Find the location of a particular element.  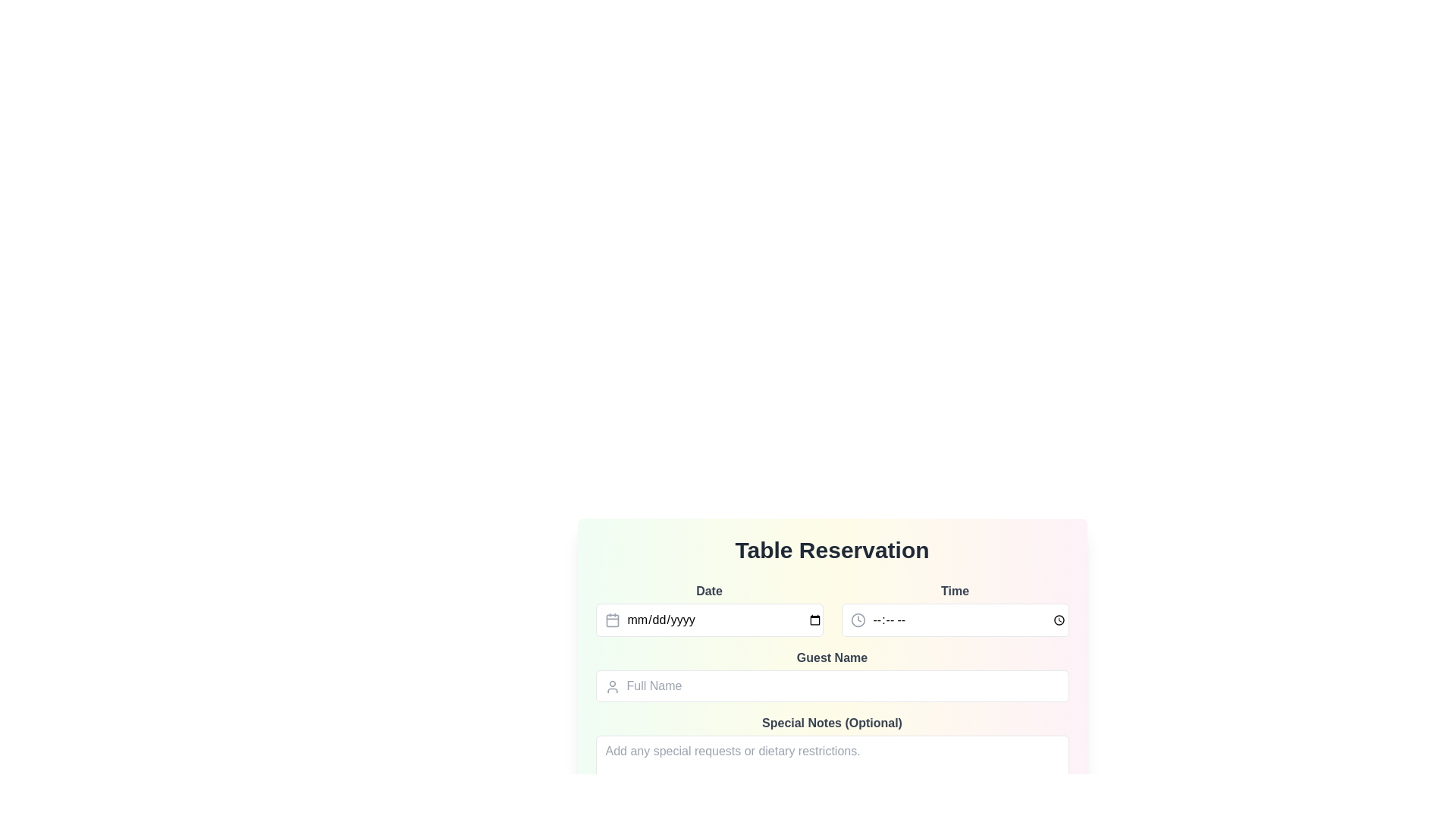

the composite input element containing a date picker and a time picker, located below the title 'Table Reservation' is located at coordinates (831, 608).